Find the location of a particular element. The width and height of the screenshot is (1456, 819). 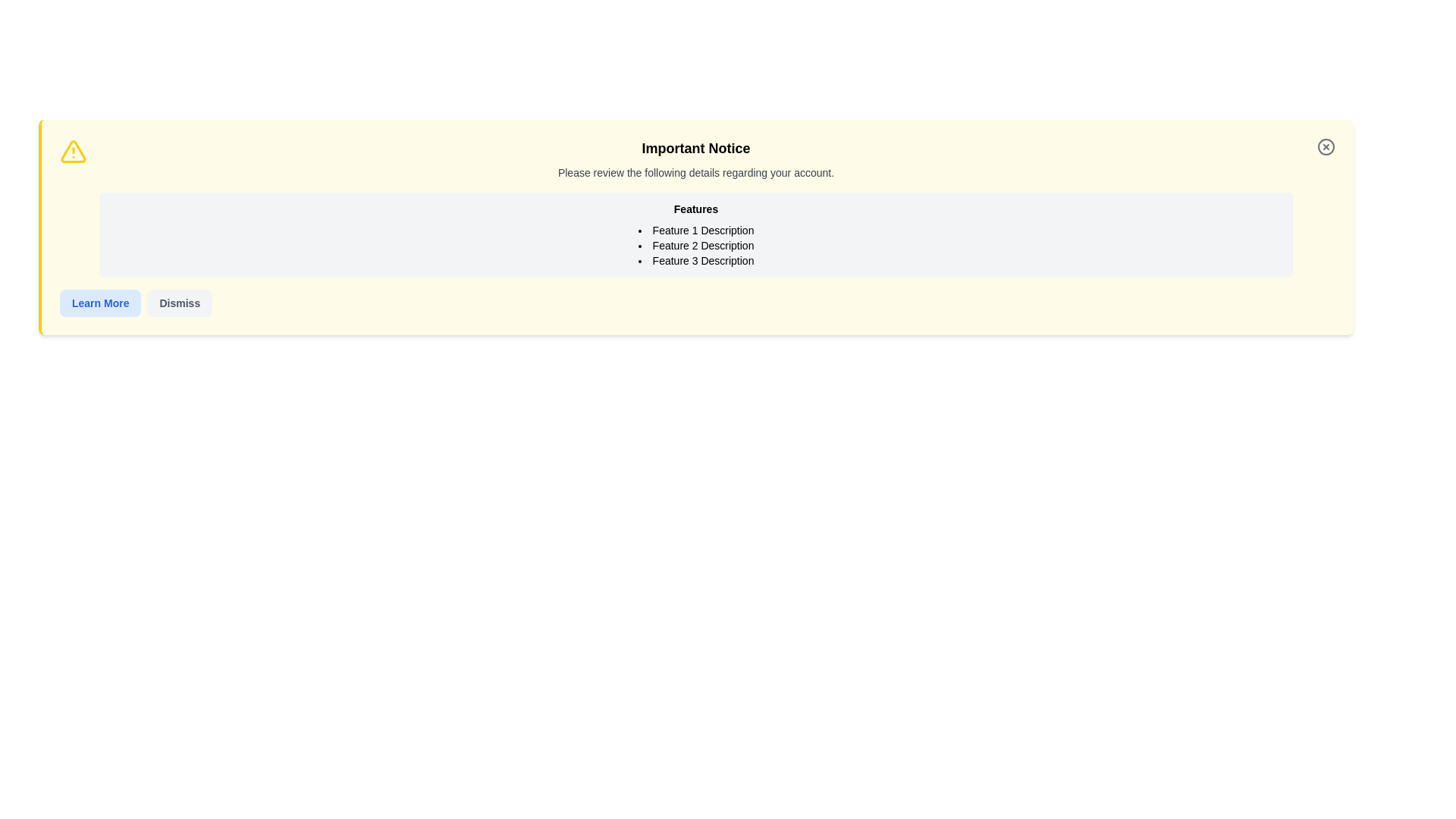

the 'Dismiss' button, which is a small rectangular button with rounded corners and a light gray background, located at the bottom of the notification box is located at coordinates (180, 303).